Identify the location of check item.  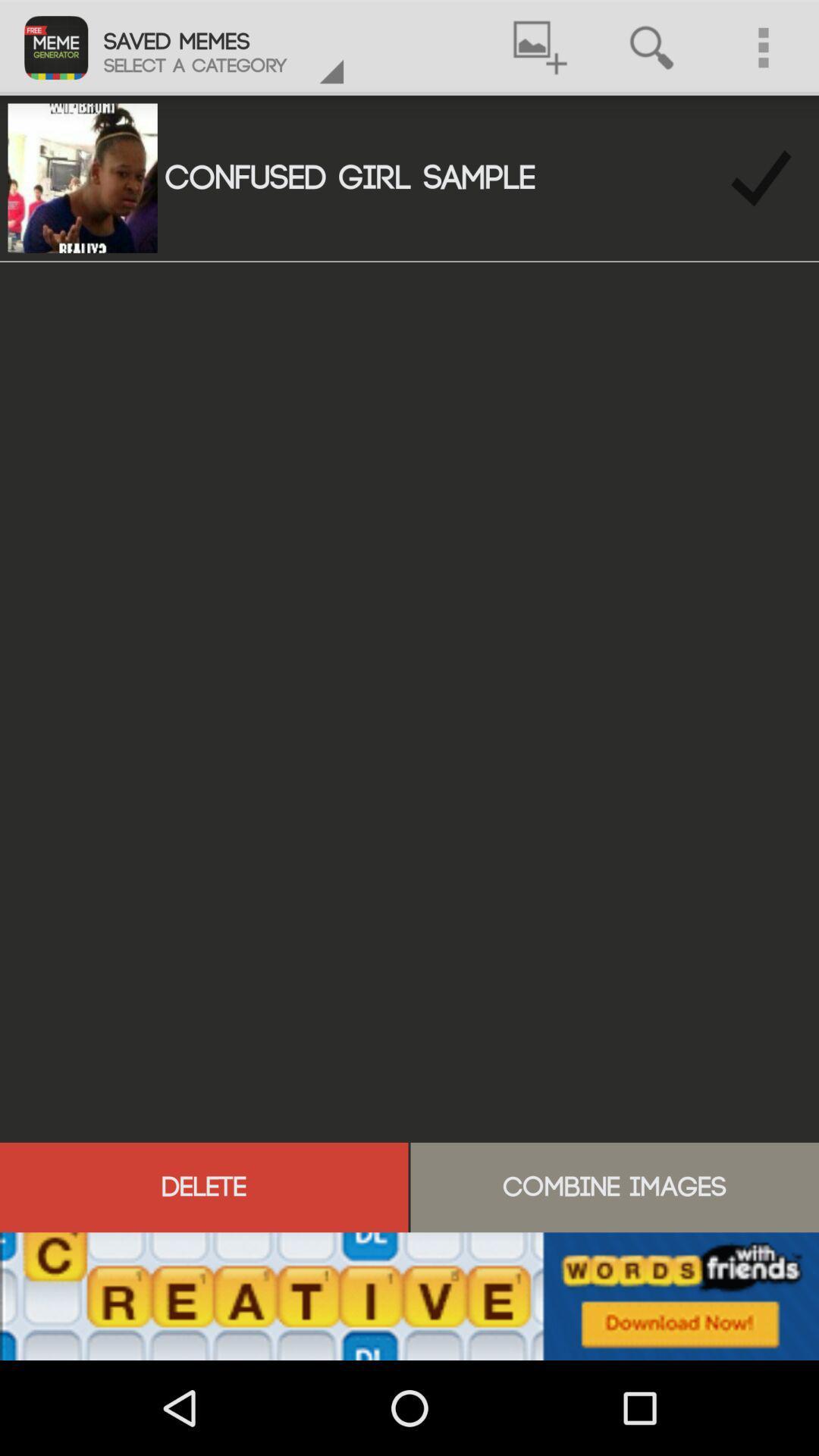
(761, 178).